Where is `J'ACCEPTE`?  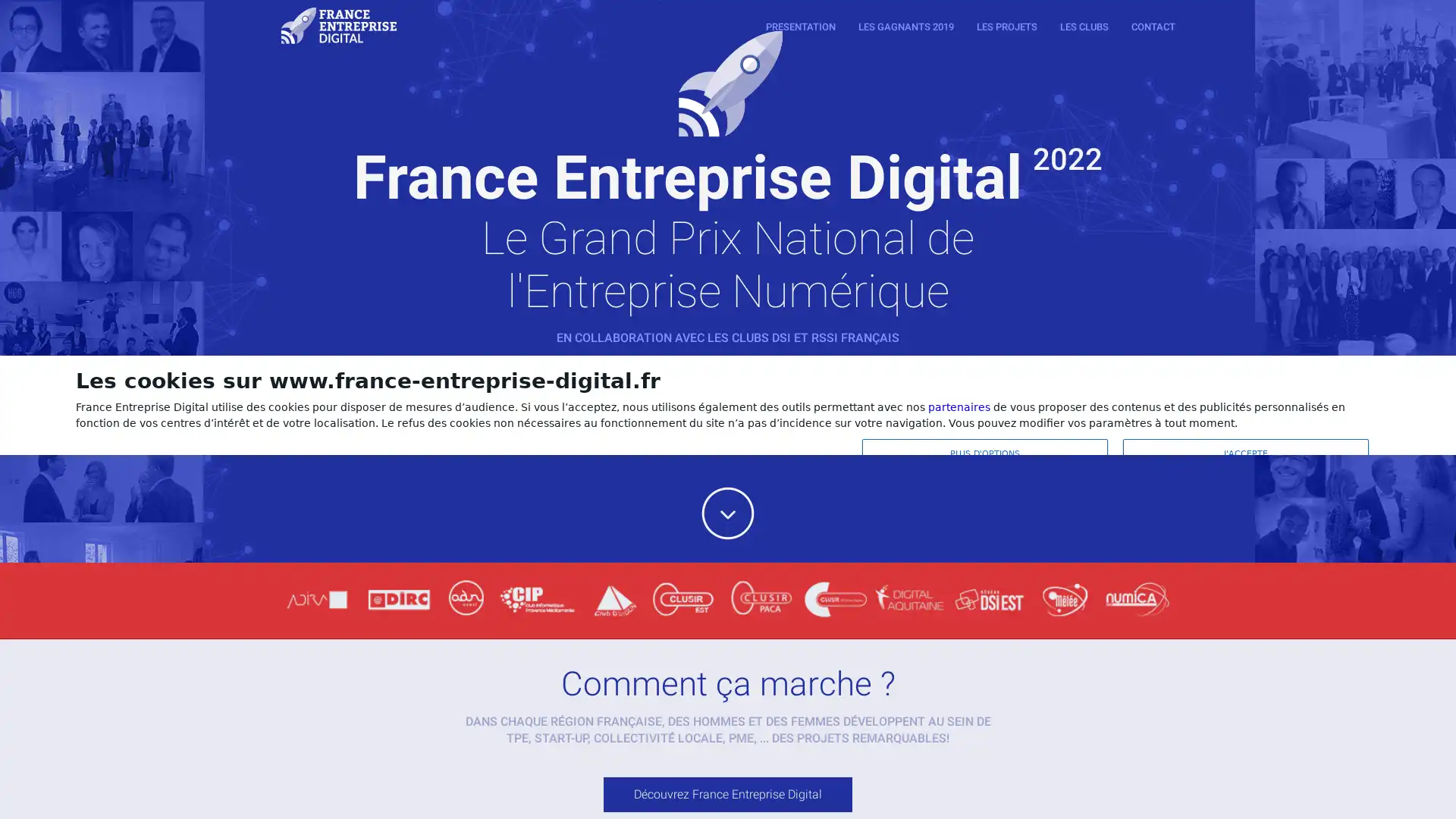
J'ACCEPTE is located at coordinates (1244, 450).